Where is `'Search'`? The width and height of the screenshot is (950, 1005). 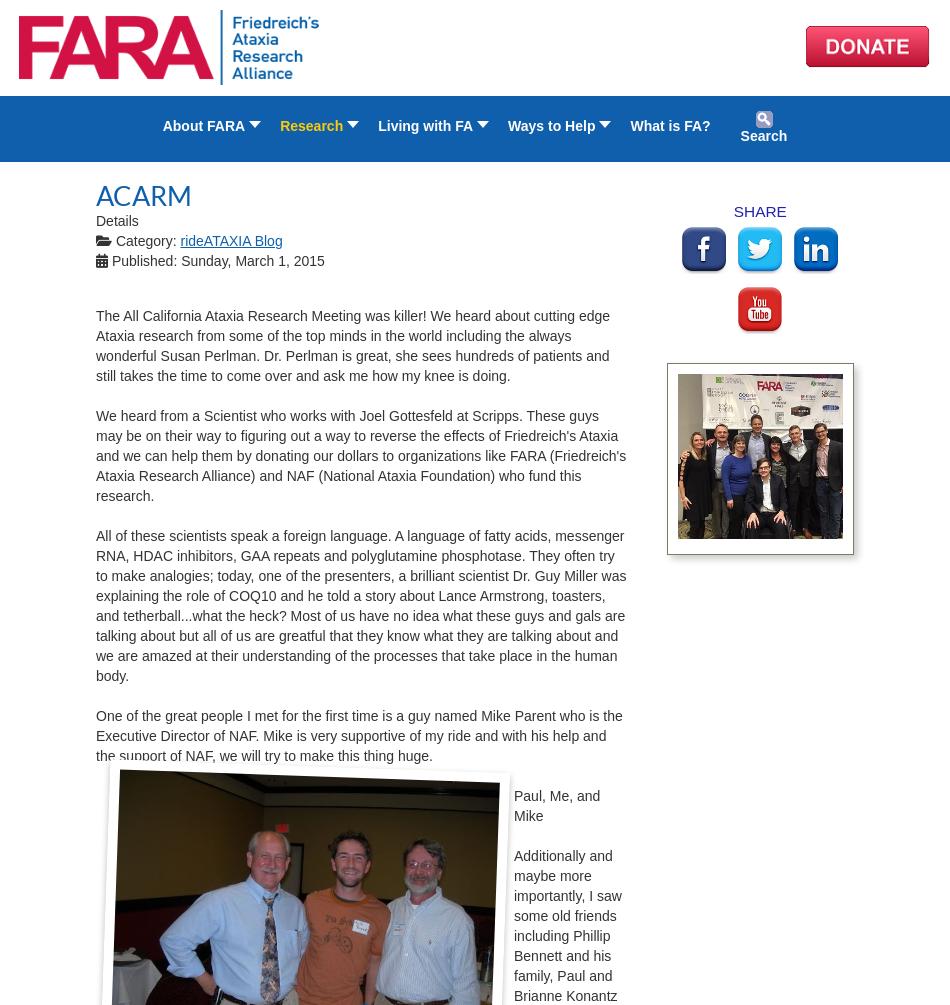
'Search' is located at coordinates (762, 135).